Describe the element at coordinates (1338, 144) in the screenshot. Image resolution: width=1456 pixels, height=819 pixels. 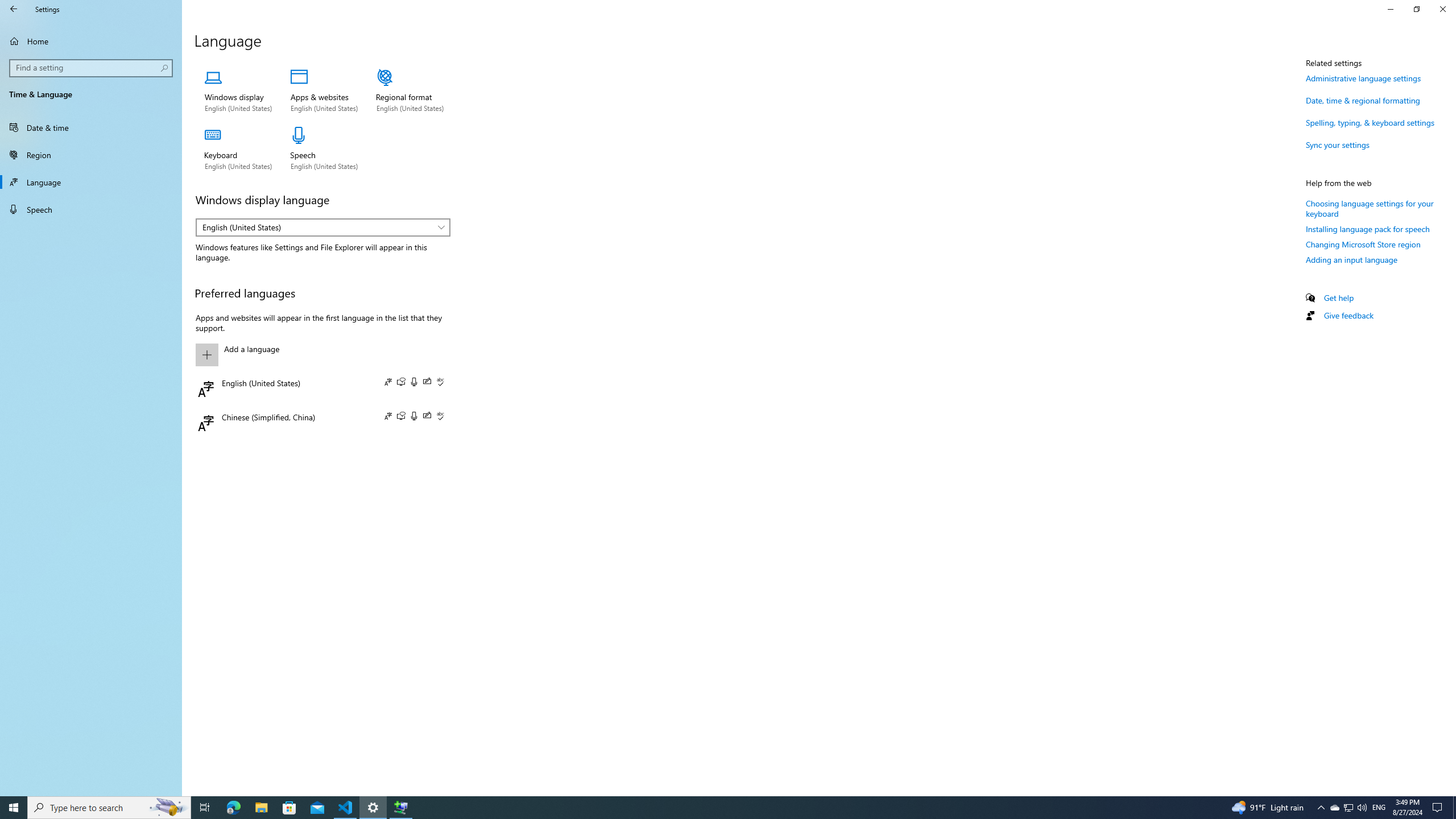
I see `'Sync your settings'` at that location.